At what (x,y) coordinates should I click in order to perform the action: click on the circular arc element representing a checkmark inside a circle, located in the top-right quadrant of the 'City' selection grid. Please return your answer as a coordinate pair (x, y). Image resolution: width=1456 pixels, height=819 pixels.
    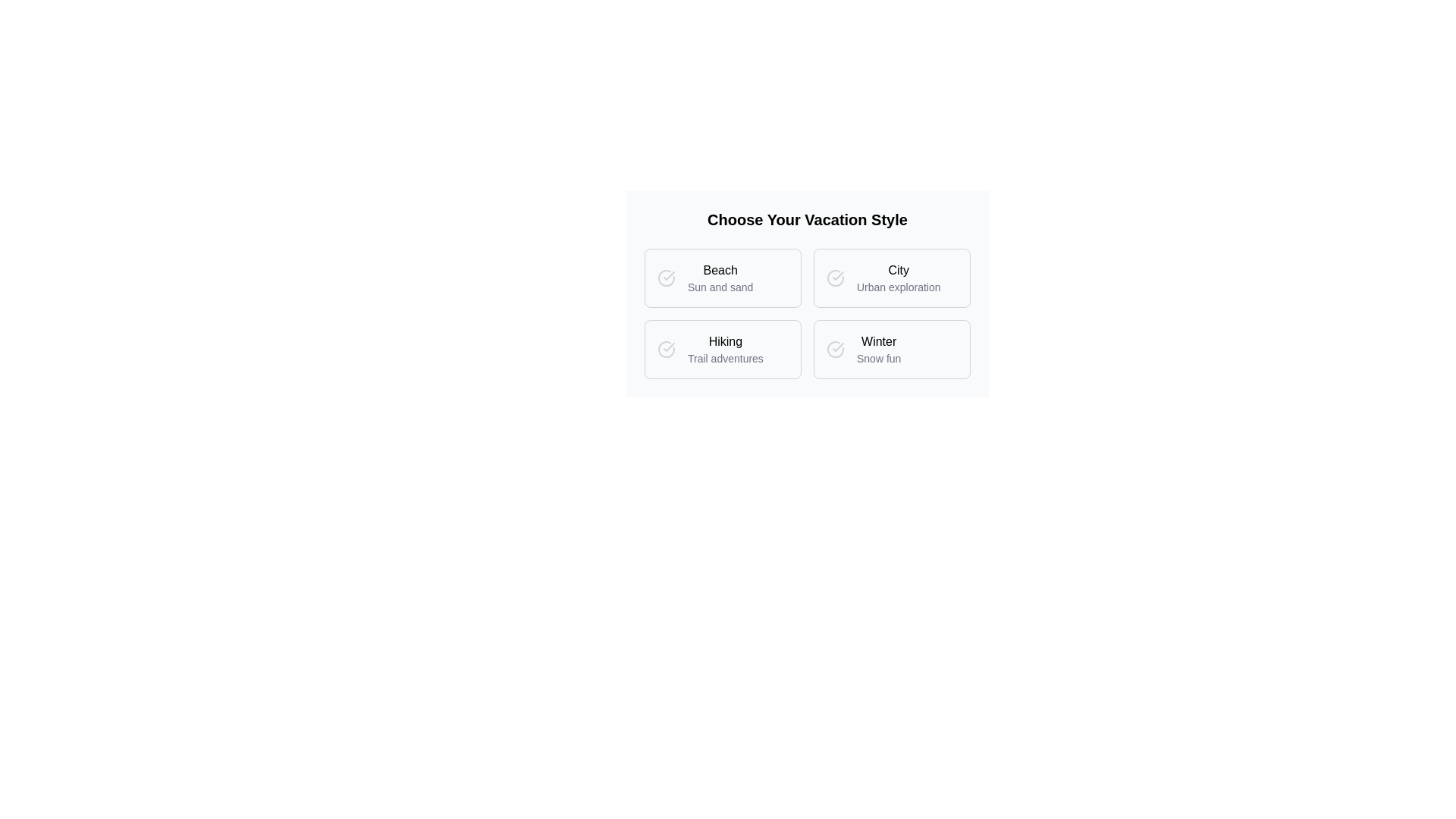
    Looking at the image, I should click on (835, 278).